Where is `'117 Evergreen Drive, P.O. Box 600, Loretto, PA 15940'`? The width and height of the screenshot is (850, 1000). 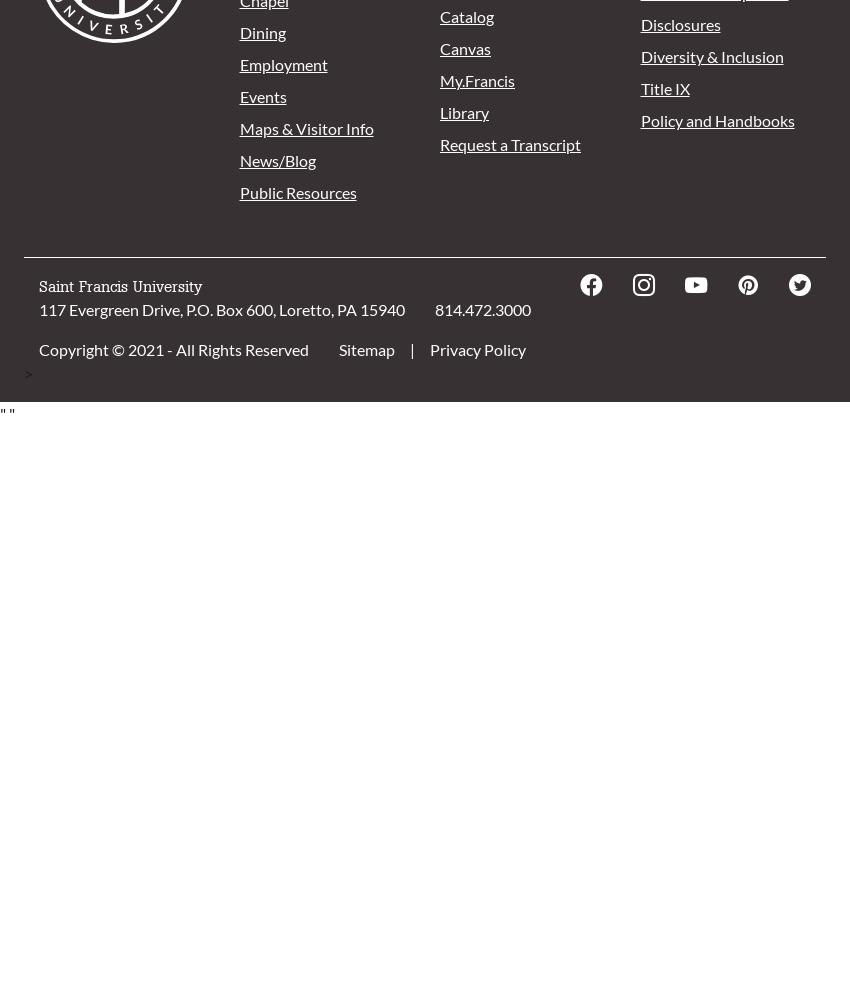
'117 Evergreen Drive, P.O. Box 600, Loretto, PA 15940' is located at coordinates (38, 309).